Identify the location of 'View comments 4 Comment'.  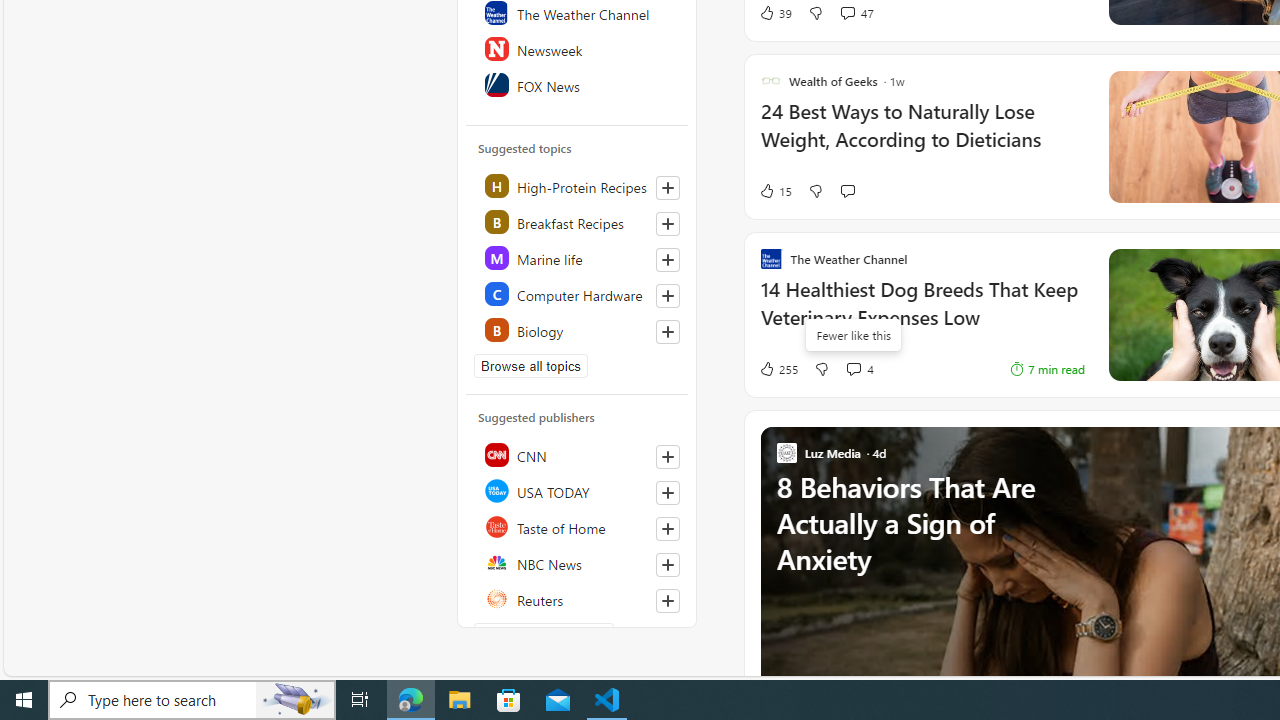
(859, 368).